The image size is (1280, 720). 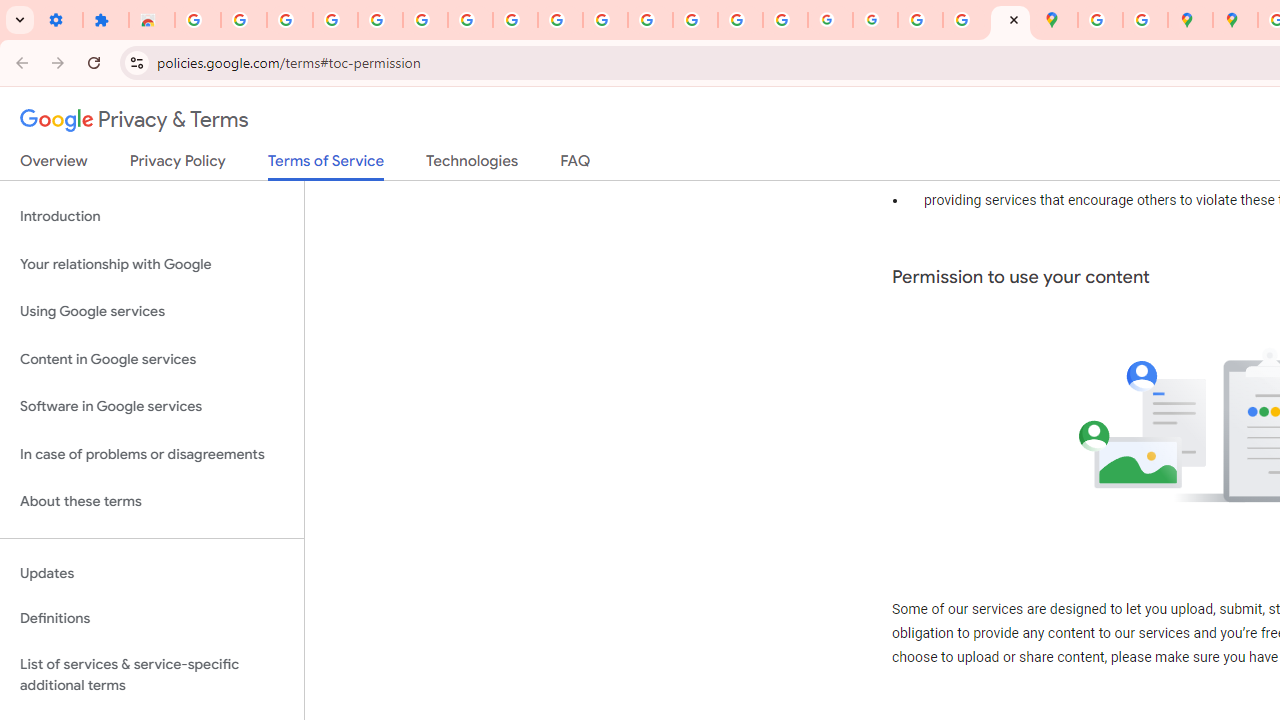 What do you see at coordinates (151, 675) in the screenshot?
I see `'List of services & service-specific additional terms'` at bounding box center [151, 675].